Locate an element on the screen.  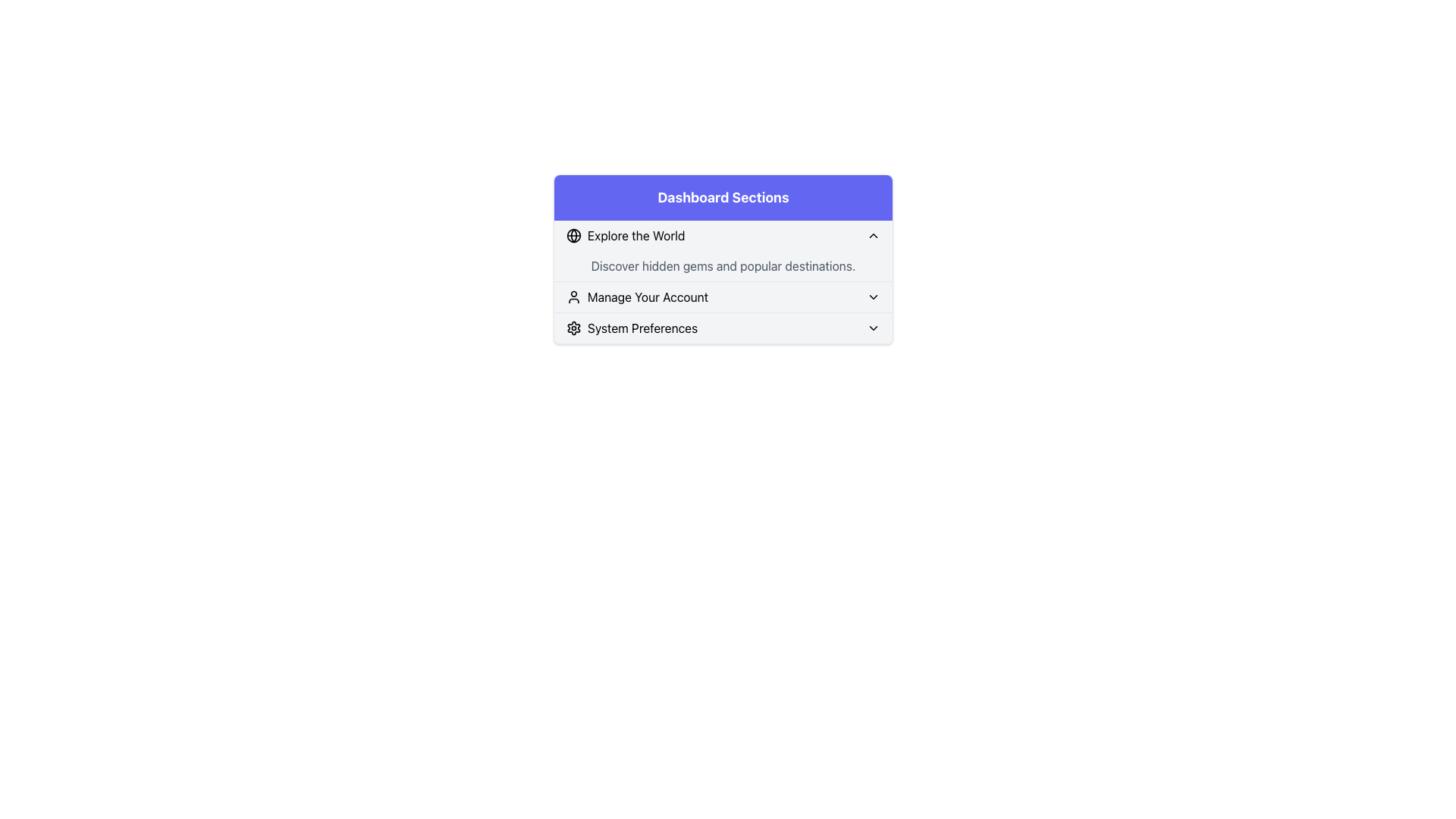
the descriptive subtitle text label that reads 'Discover hidden gems and popular destinations.' positioned under the 'Explore the World' section header is located at coordinates (723, 265).